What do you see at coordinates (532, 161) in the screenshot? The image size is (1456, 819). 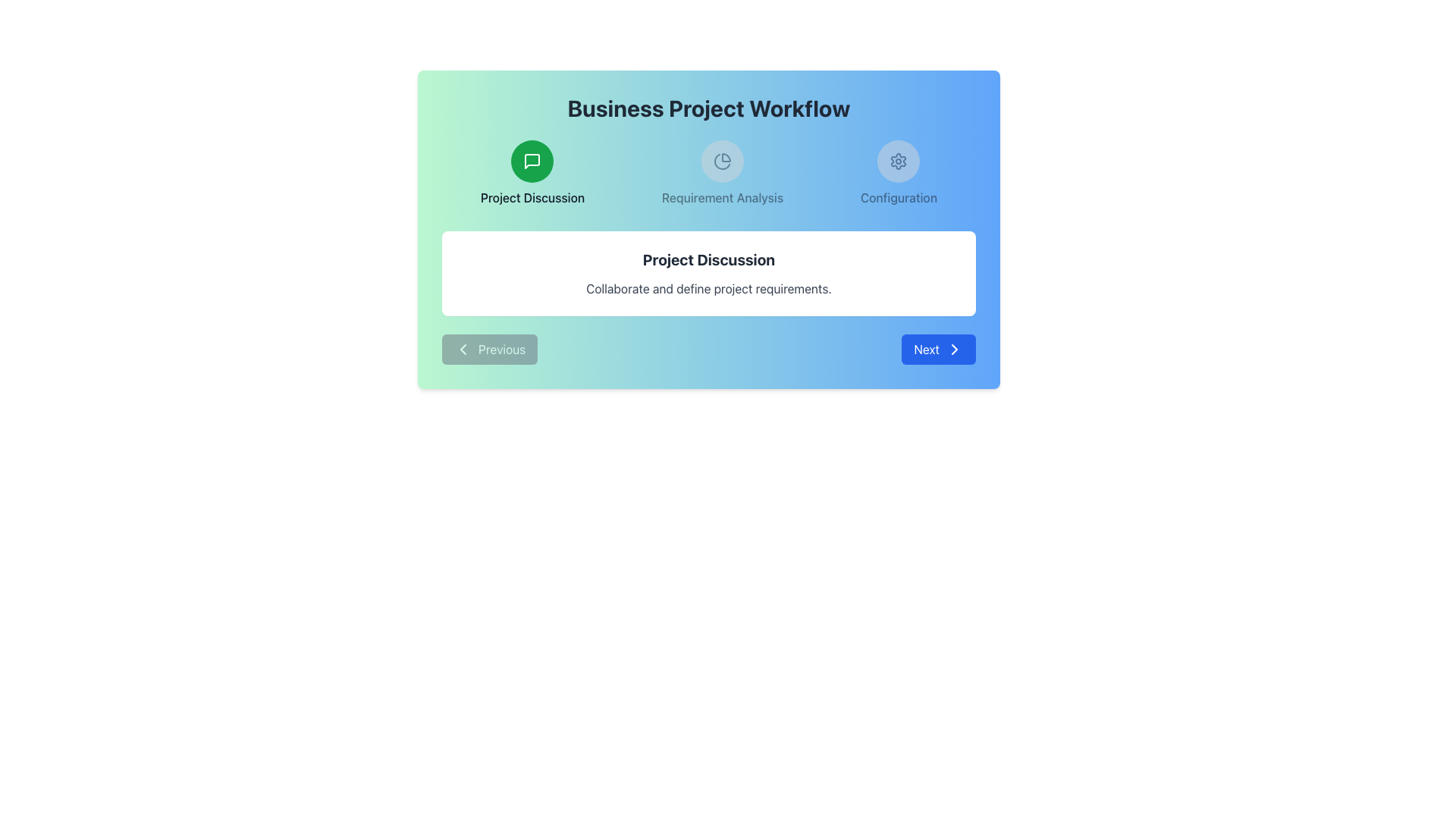 I see `the rounded square speech bubble icon within the green circular background` at bounding box center [532, 161].